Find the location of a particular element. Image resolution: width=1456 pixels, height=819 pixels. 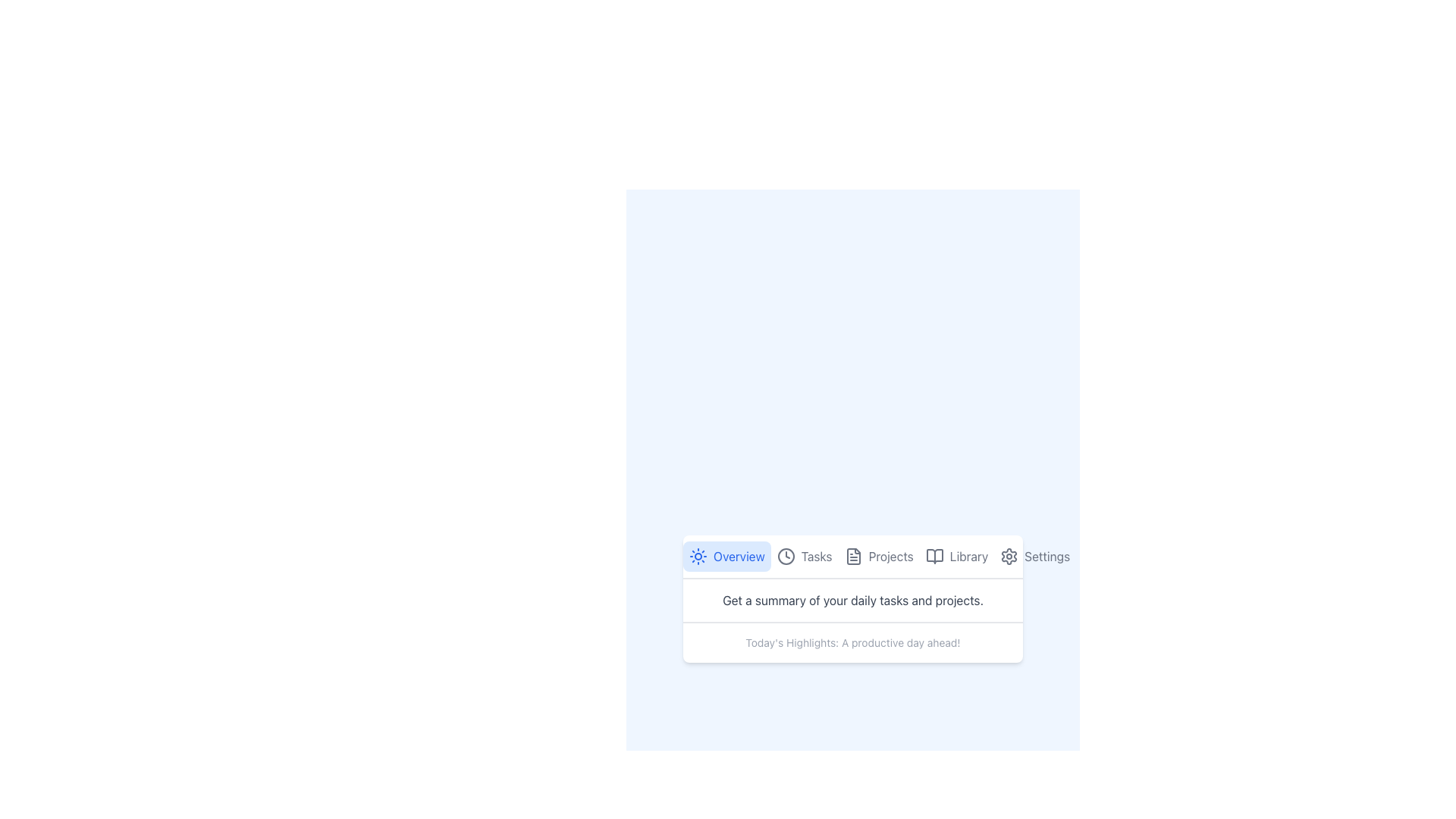

the Text Label that displays 'Today's Highlights: A productive day ahead!', which is styled in a smaller gray font and located beneath the main informational text is located at coordinates (852, 643).